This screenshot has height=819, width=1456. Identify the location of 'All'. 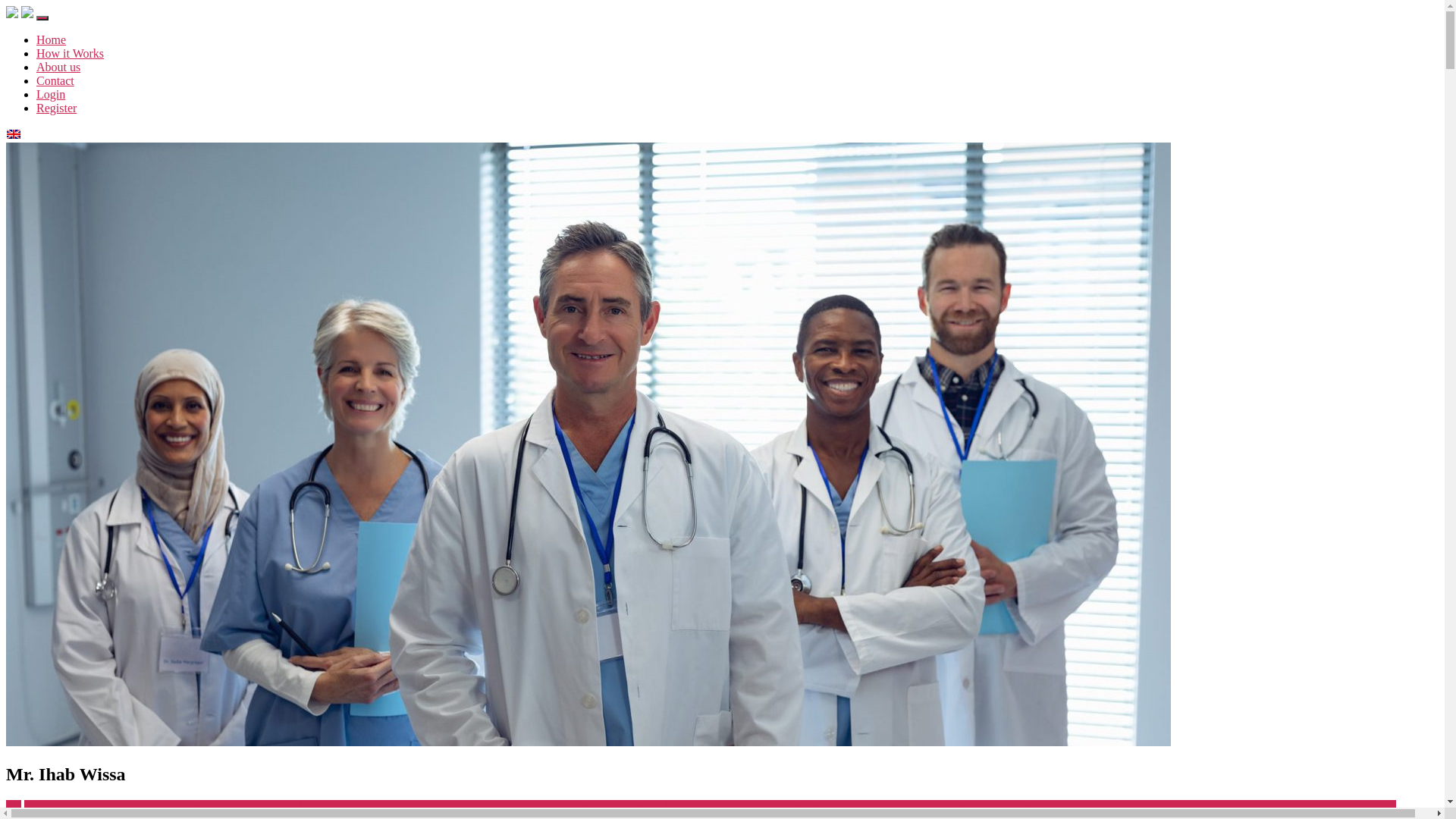
(14, 805).